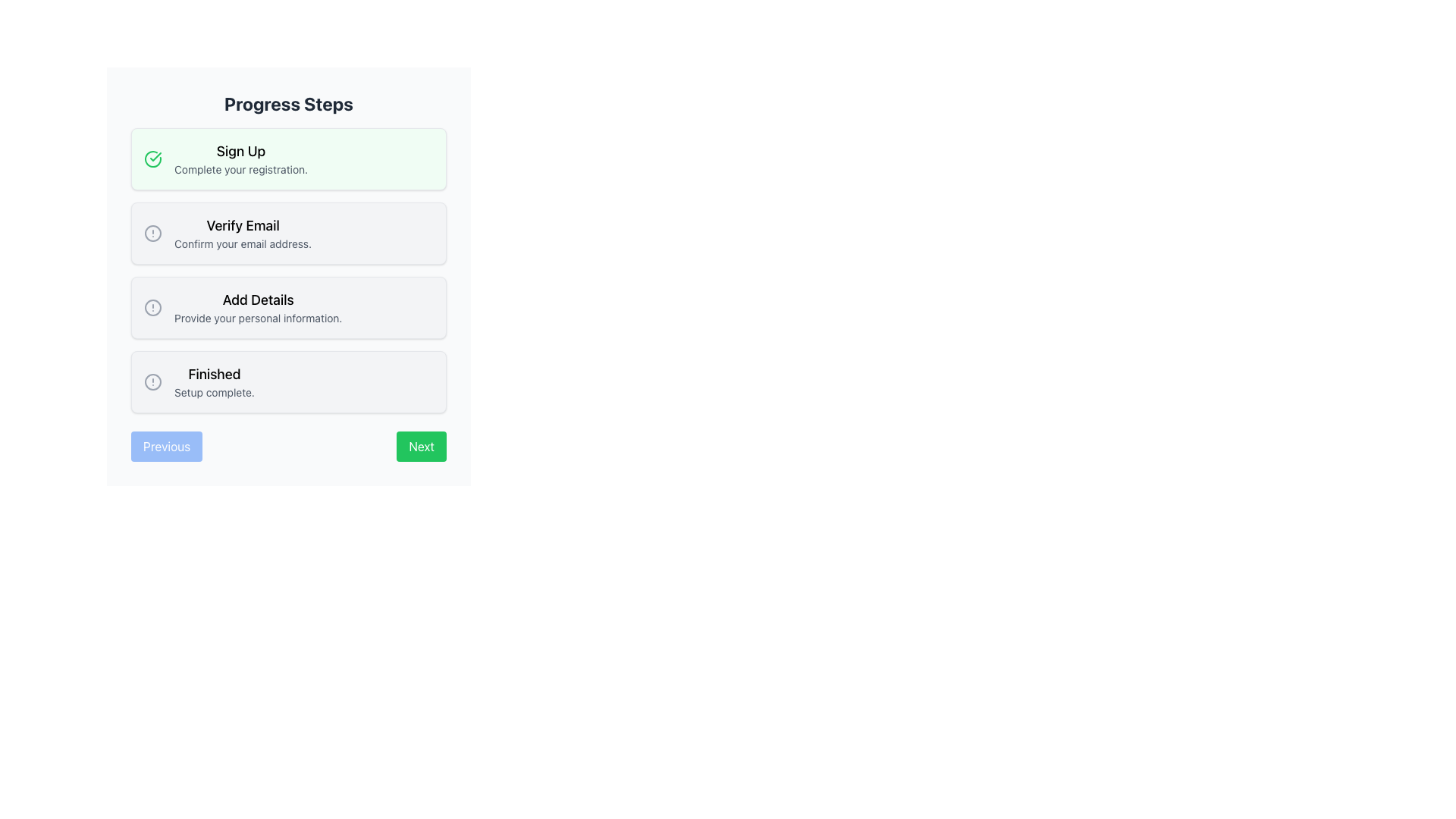 This screenshot has height=819, width=1456. What do you see at coordinates (152, 307) in the screenshot?
I see `the filled circle element within the alert icon next to the 'Add Details' step description` at bounding box center [152, 307].